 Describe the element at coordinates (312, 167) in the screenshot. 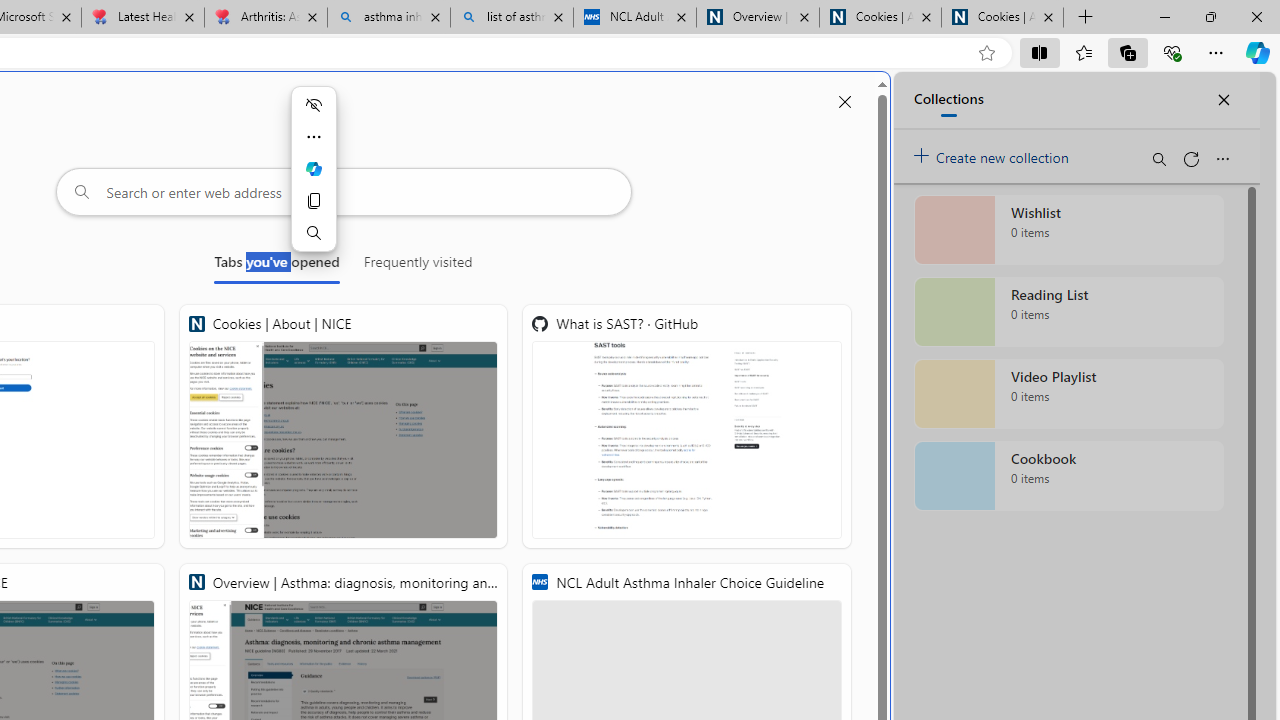

I see `'Ask Copilot'` at that location.